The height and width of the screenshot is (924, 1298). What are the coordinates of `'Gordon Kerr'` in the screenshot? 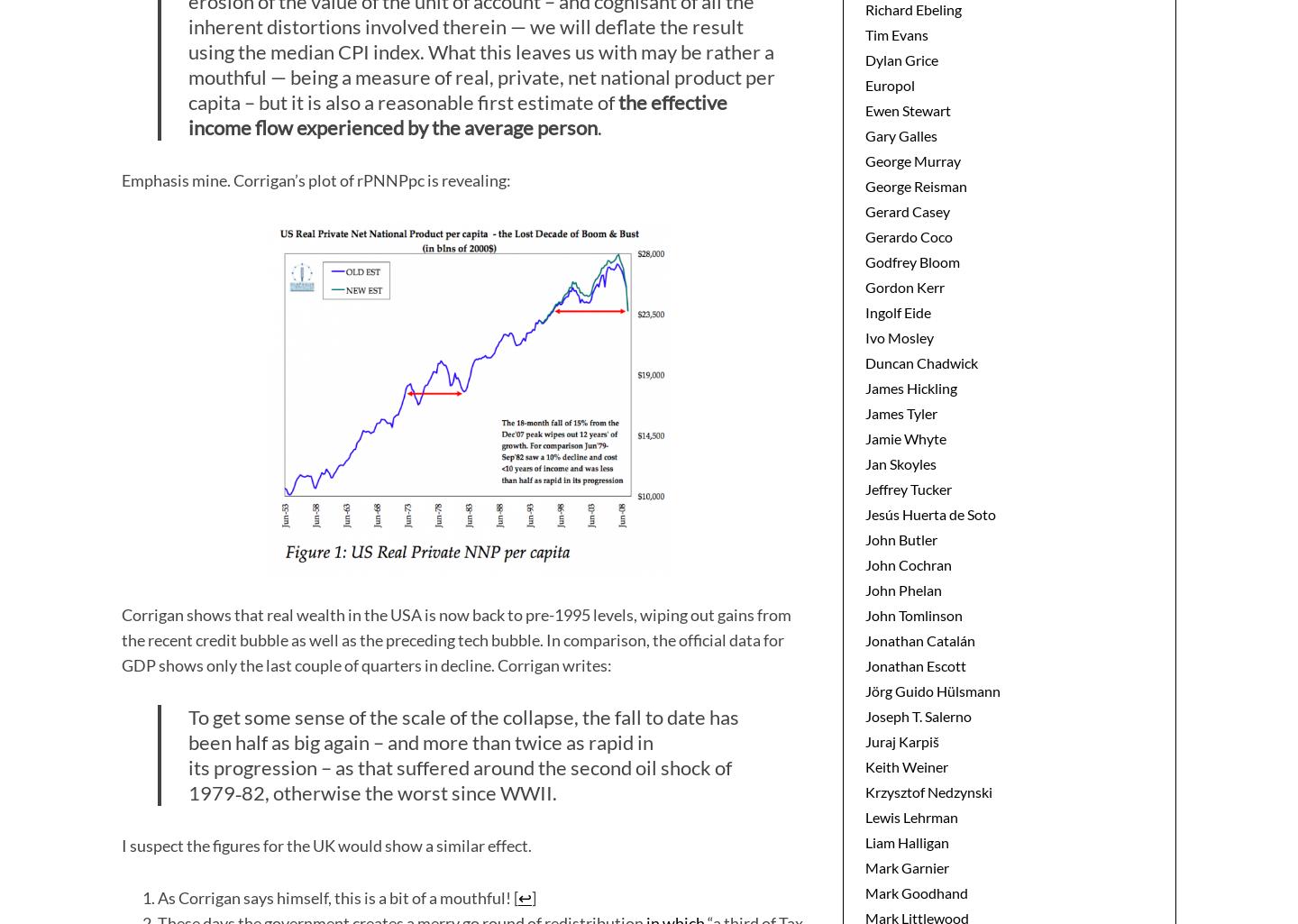 It's located at (903, 286).